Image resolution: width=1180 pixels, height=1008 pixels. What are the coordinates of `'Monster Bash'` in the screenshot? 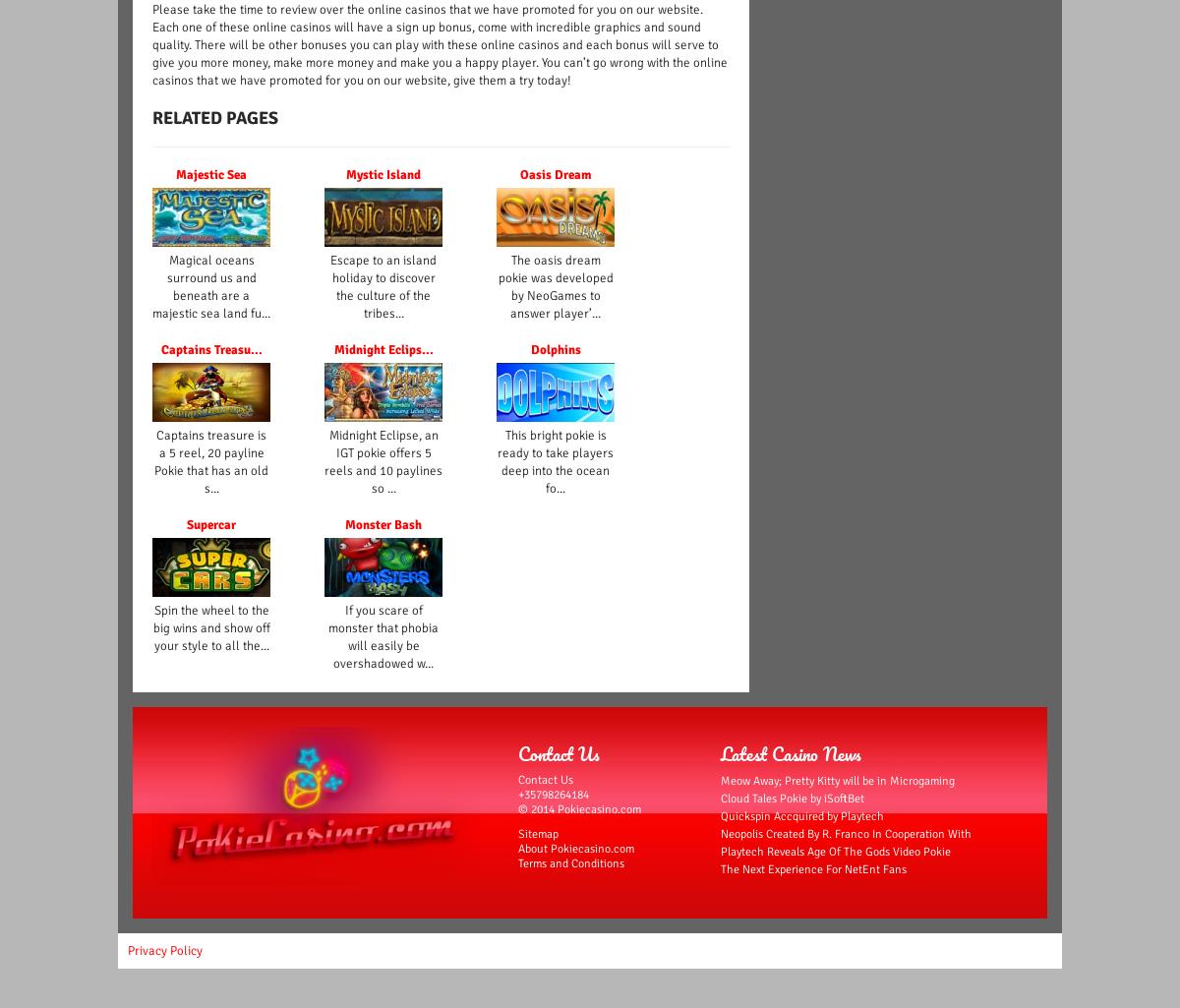 It's located at (383, 524).